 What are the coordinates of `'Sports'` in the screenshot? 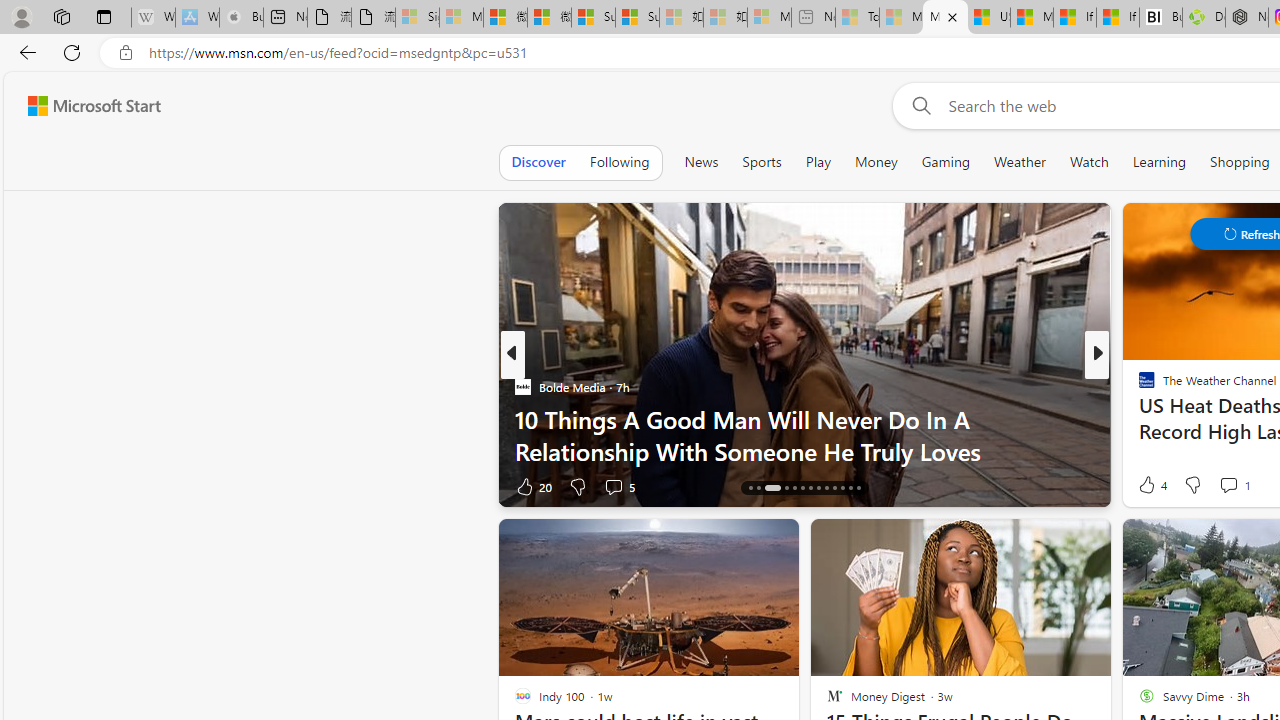 It's located at (760, 161).